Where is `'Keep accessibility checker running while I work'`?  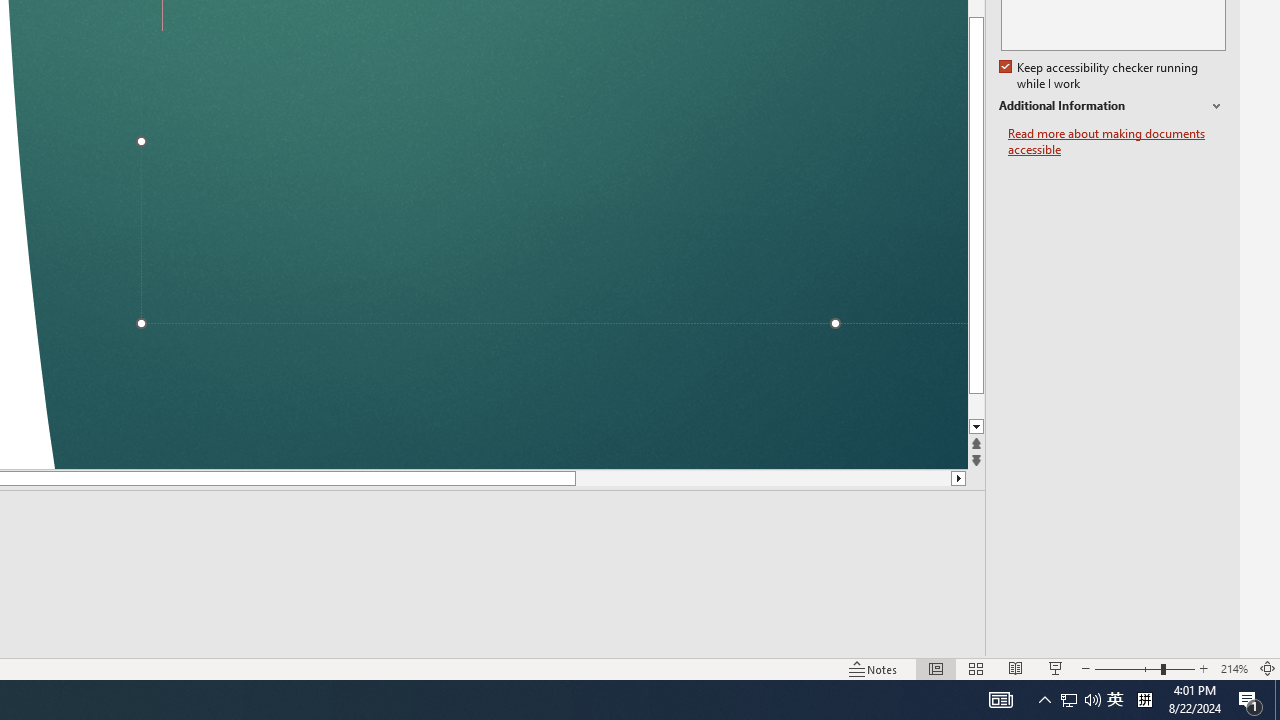
'Keep accessibility checker running while I work' is located at coordinates (1099, 75).